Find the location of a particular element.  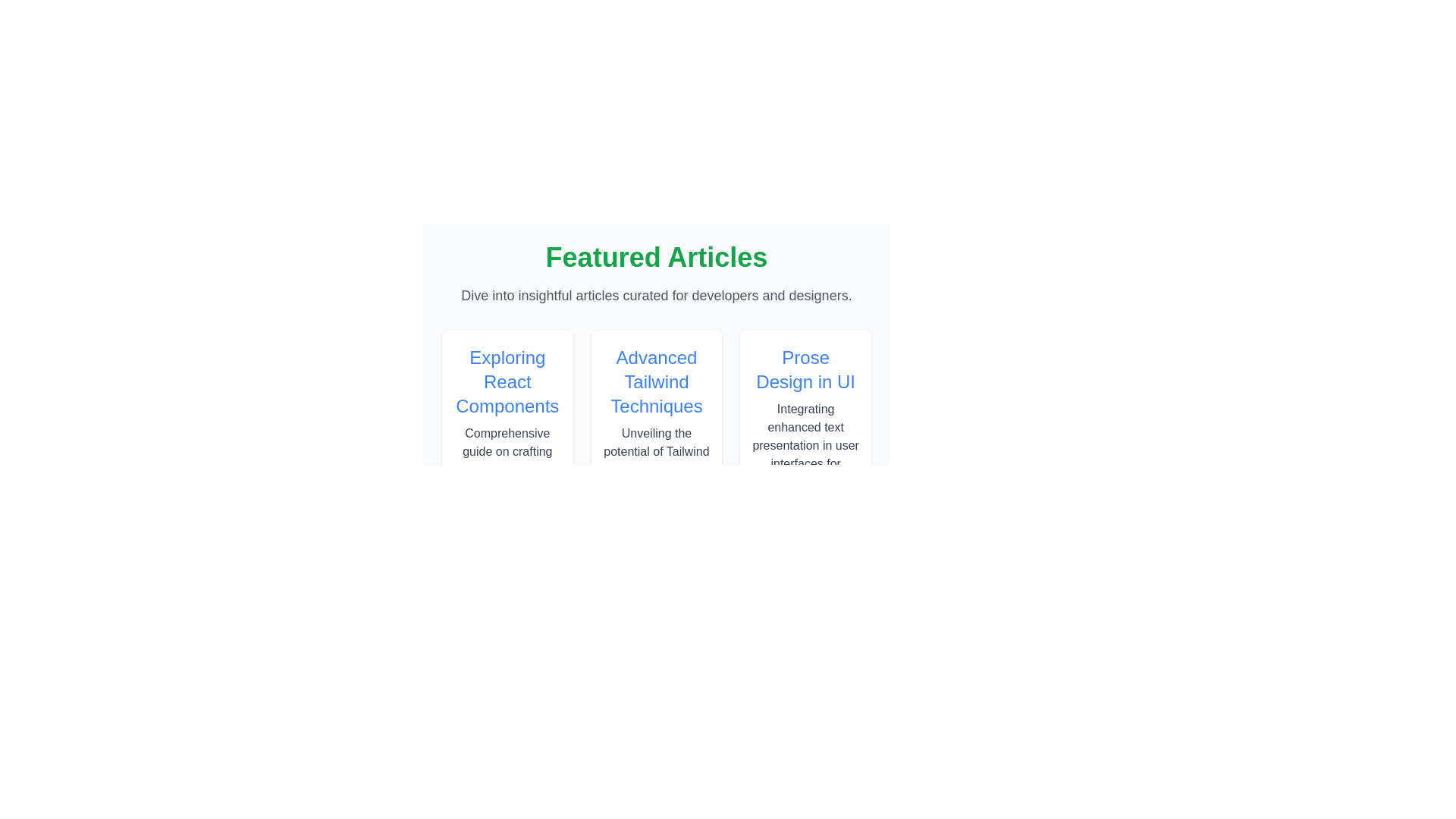

the Text label located at the bottom section of the card layout, which is the third card from the left, providing descriptive information related to the heading 'Prose Design in UI' is located at coordinates (805, 444).